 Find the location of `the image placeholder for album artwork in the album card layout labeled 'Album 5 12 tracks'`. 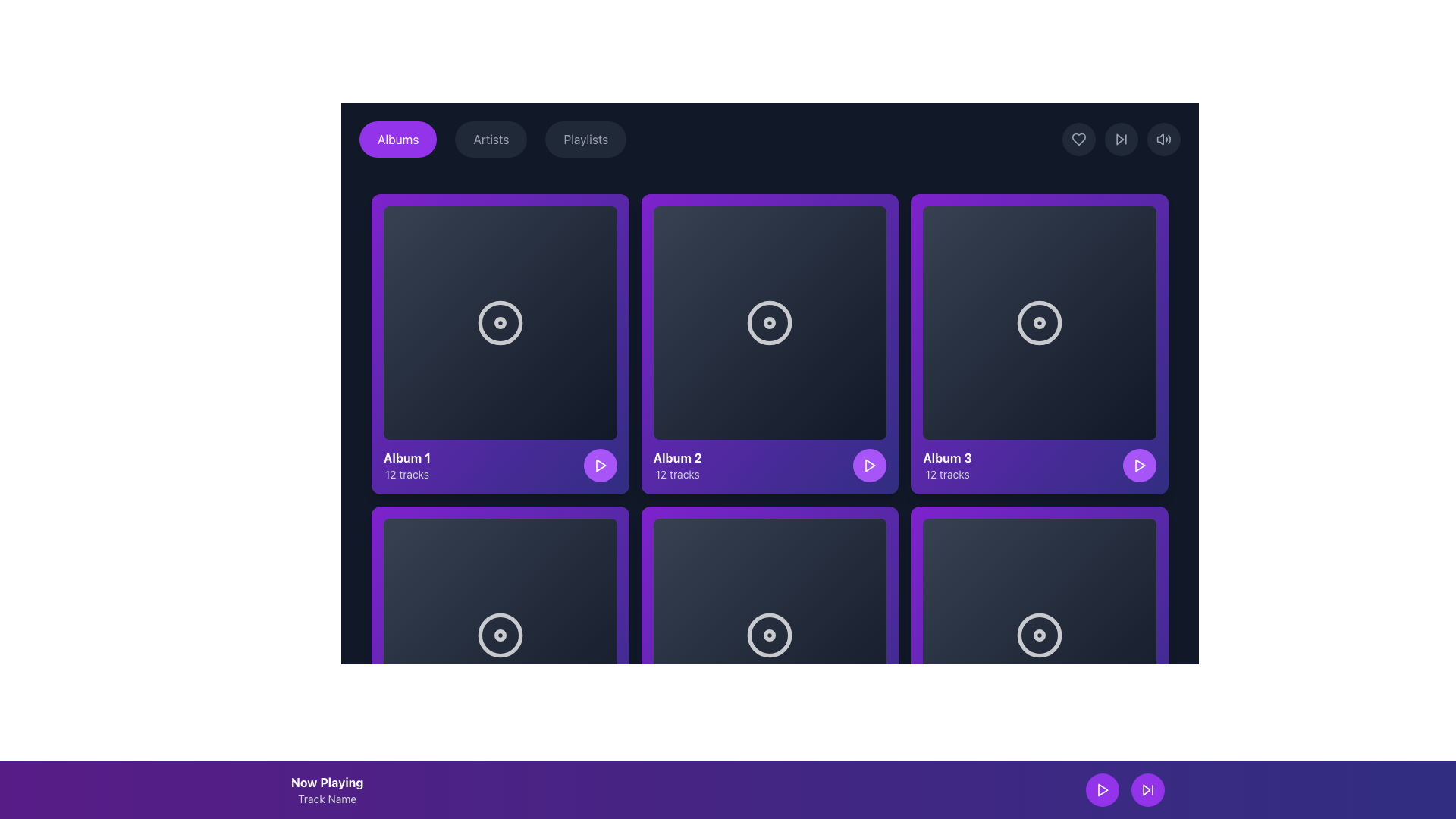

the image placeholder for album artwork in the album card layout labeled 'Album 5 12 tracks' is located at coordinates (770, 635).